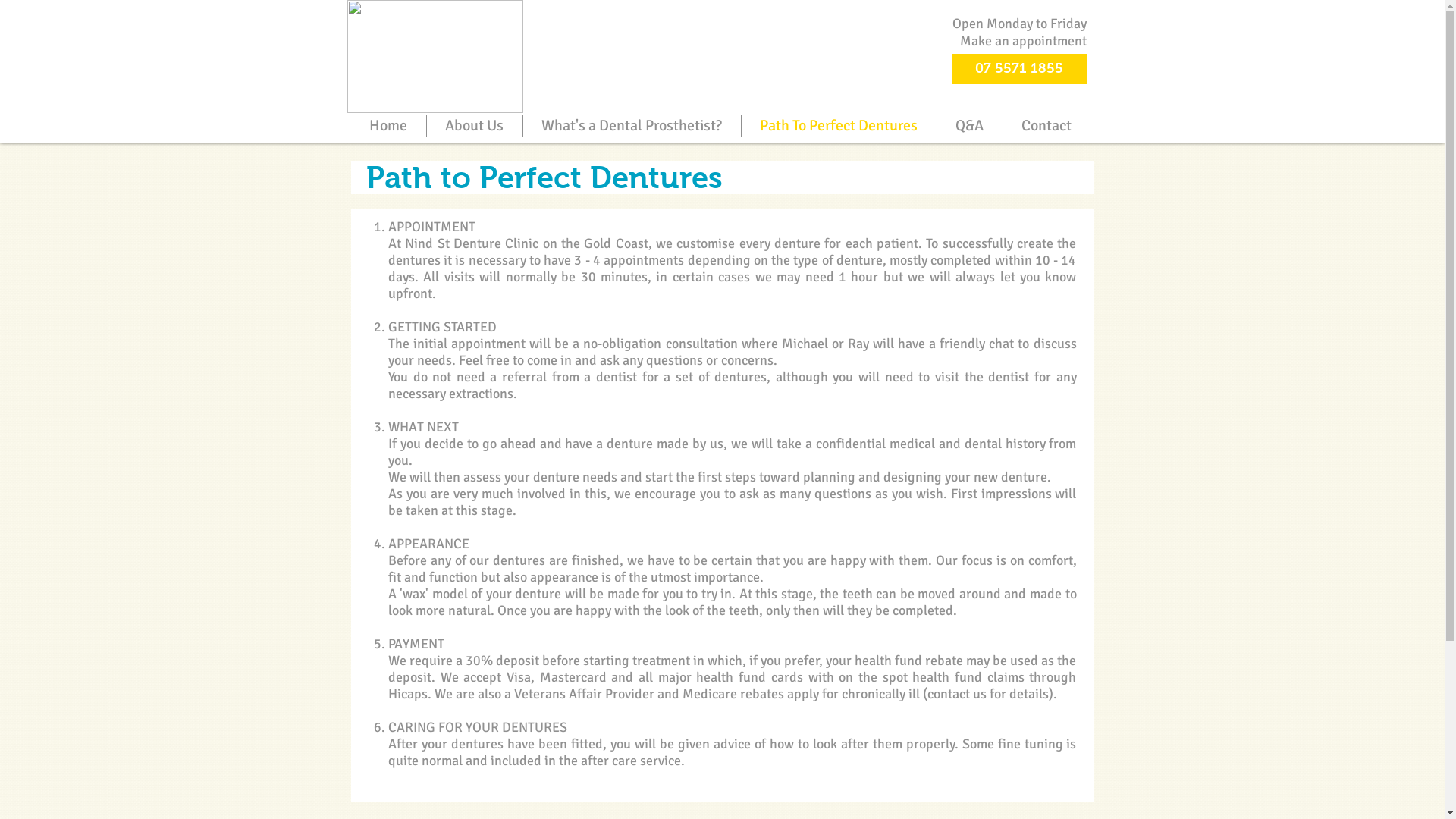  Describe the element at coordinates (838, 124) in the screenshot. I see `'Path To Perfect Dentures'` at that location.